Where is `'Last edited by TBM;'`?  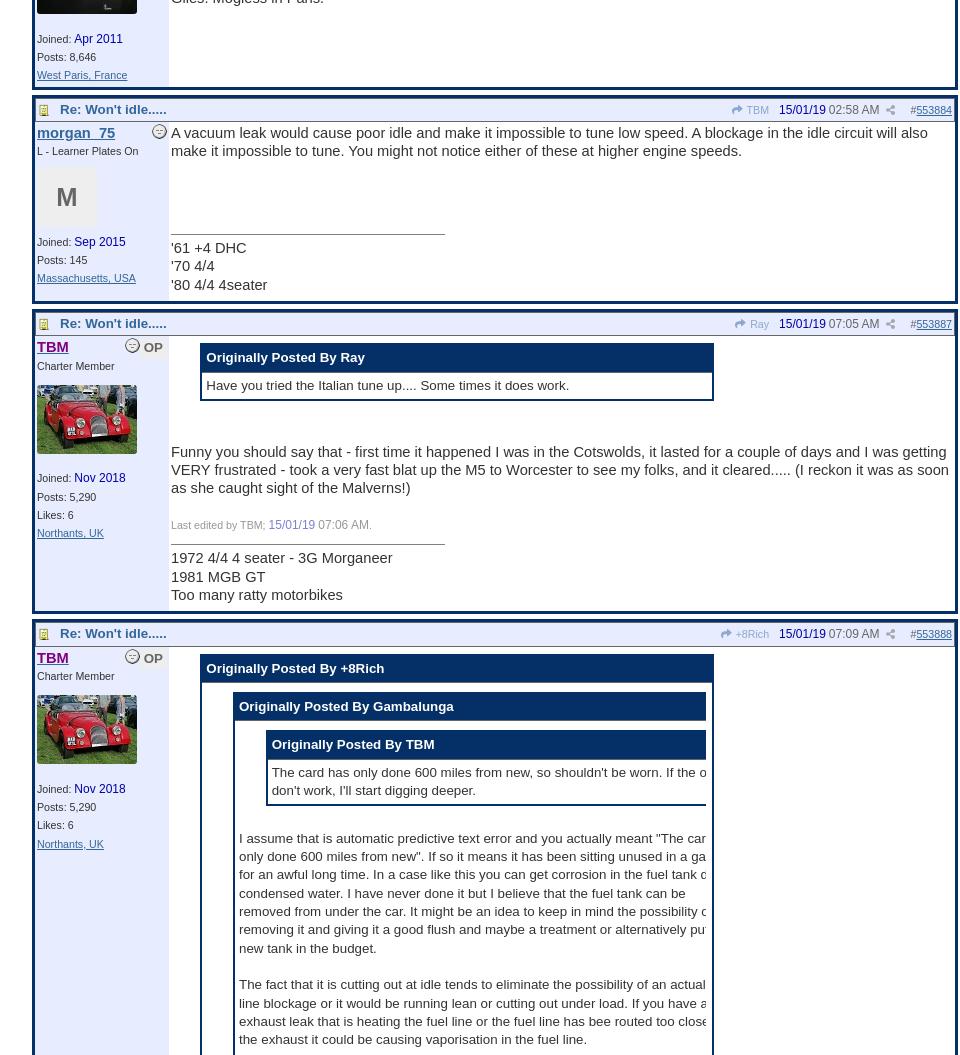
'Last edited by TBM;' is located at coordinates (219, 524).